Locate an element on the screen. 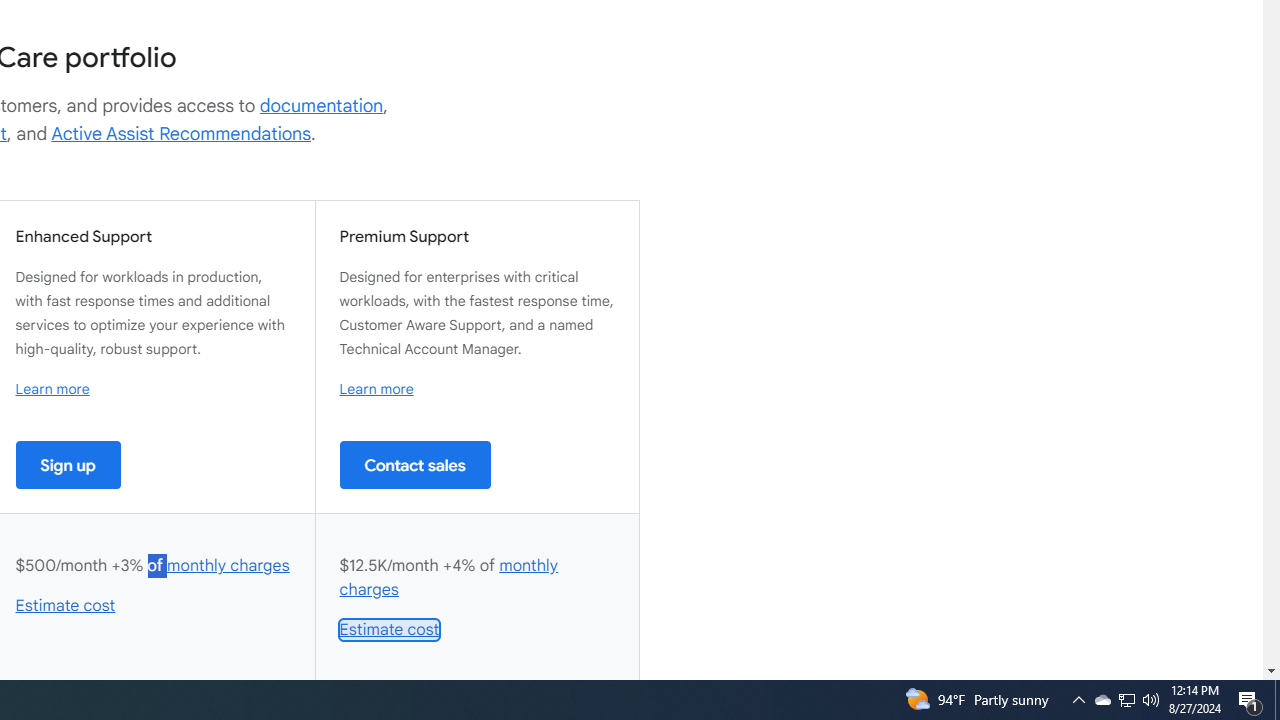  'Contact sales' is located at coordinates (414, 464).